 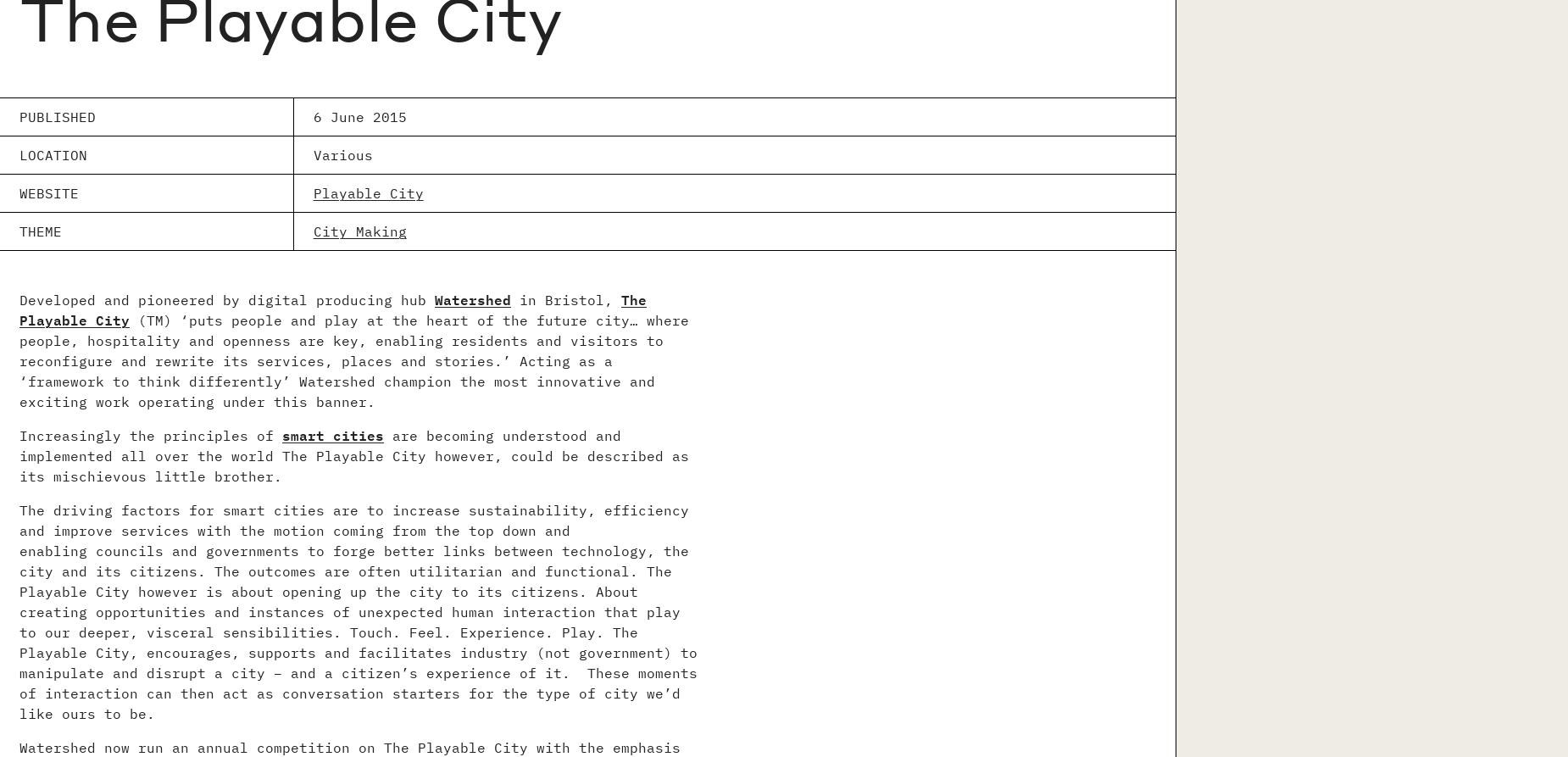 What do you see at coordinates (566, 299) in the screenshot?
I see `'in Bristol,'` at bounding box center [566, 299].